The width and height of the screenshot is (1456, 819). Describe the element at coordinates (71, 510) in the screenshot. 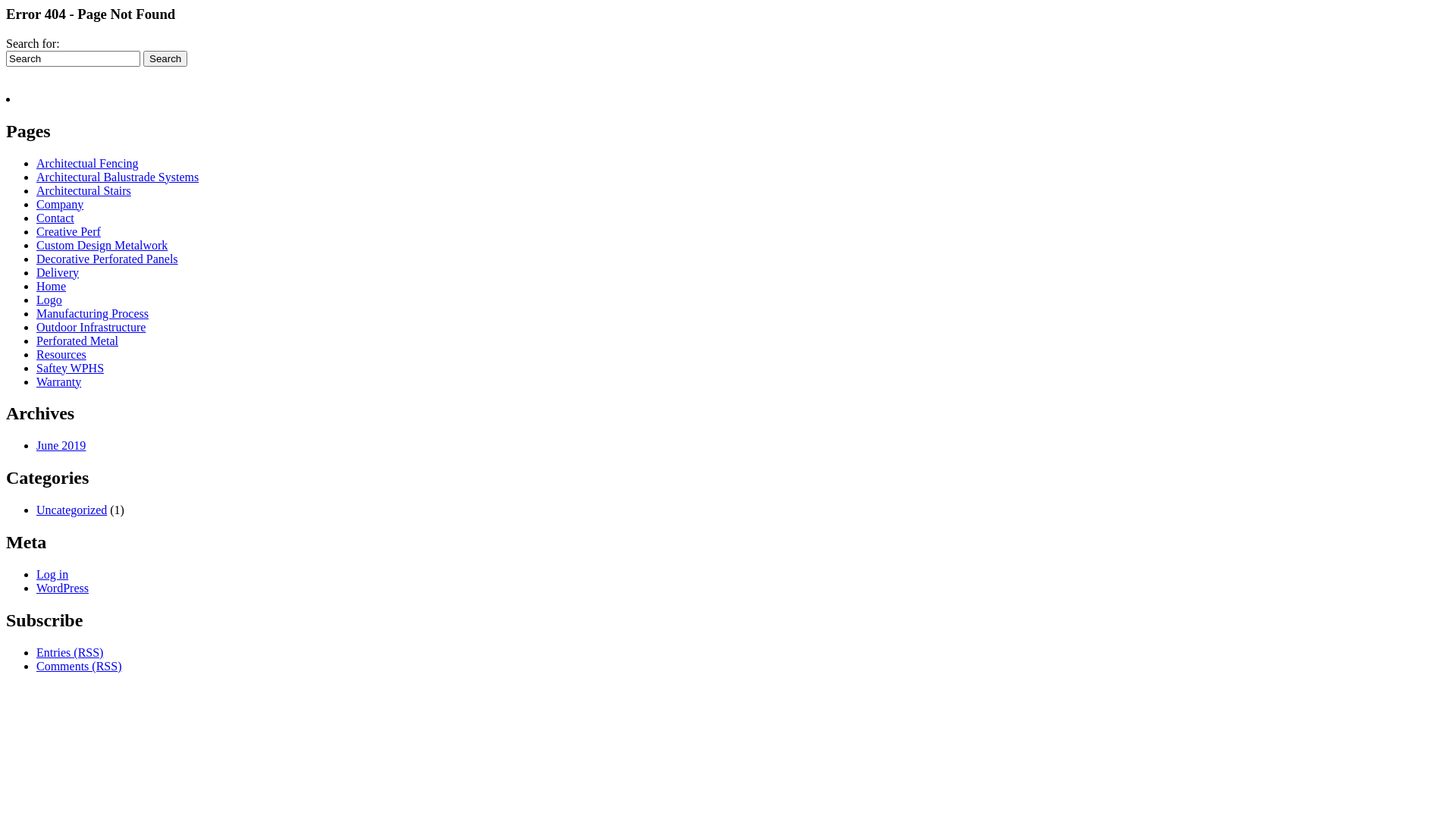

I see `'Uncategorized'` at that location.